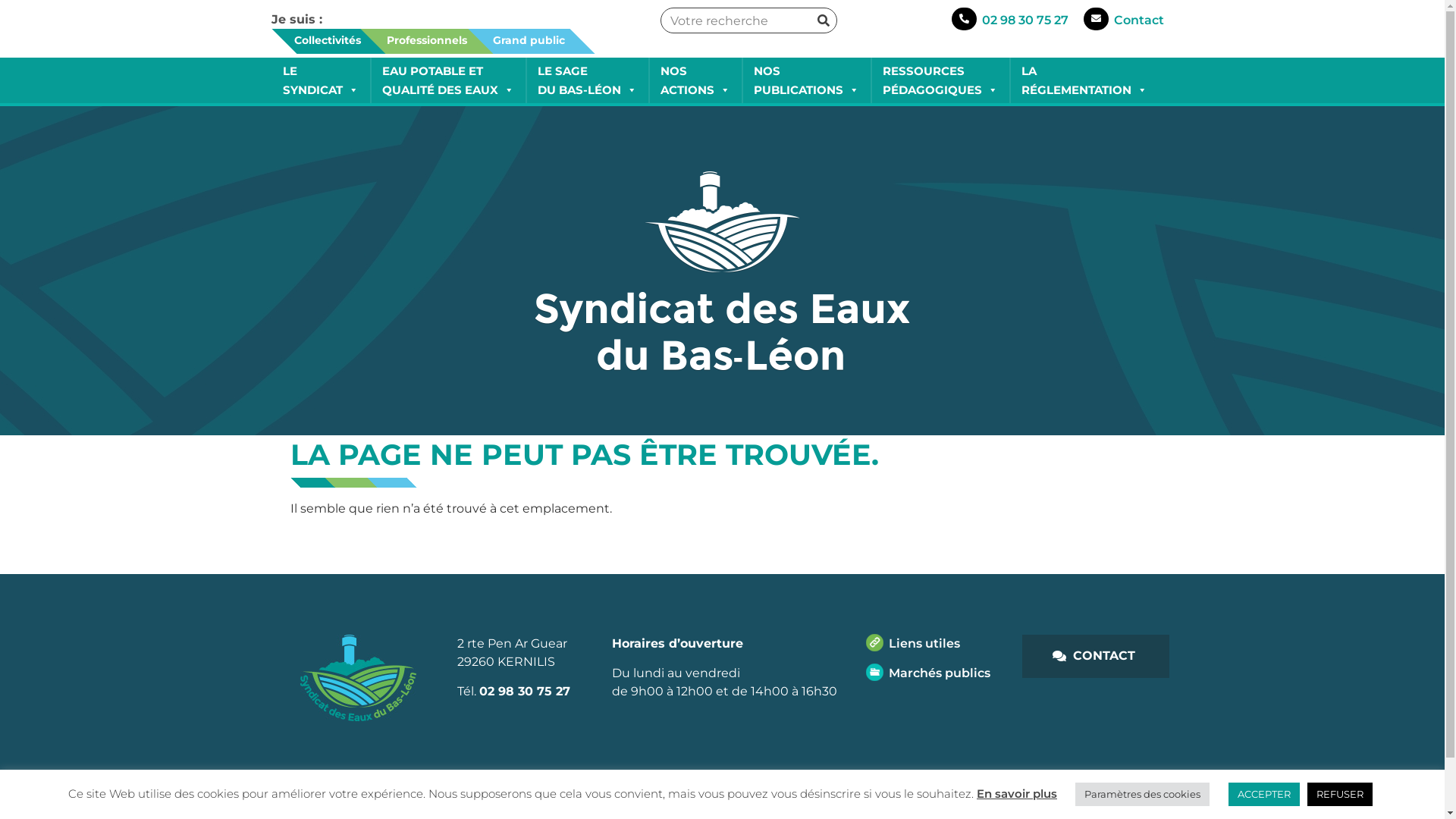 This screenshot has height=819, width=1456. I want to click on 'LE, so click(319, 80).